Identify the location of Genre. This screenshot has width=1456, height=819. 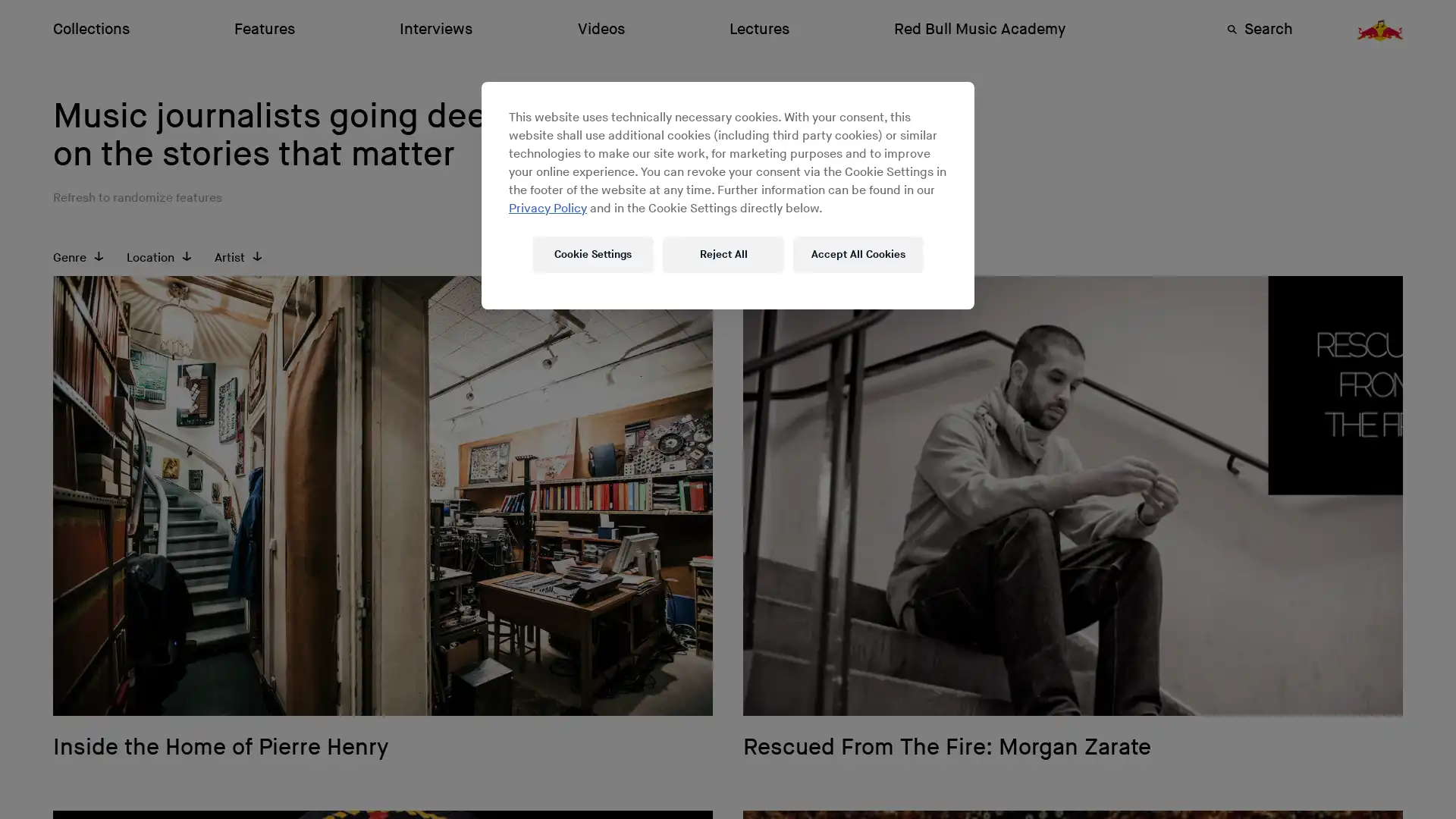
(77, 256).